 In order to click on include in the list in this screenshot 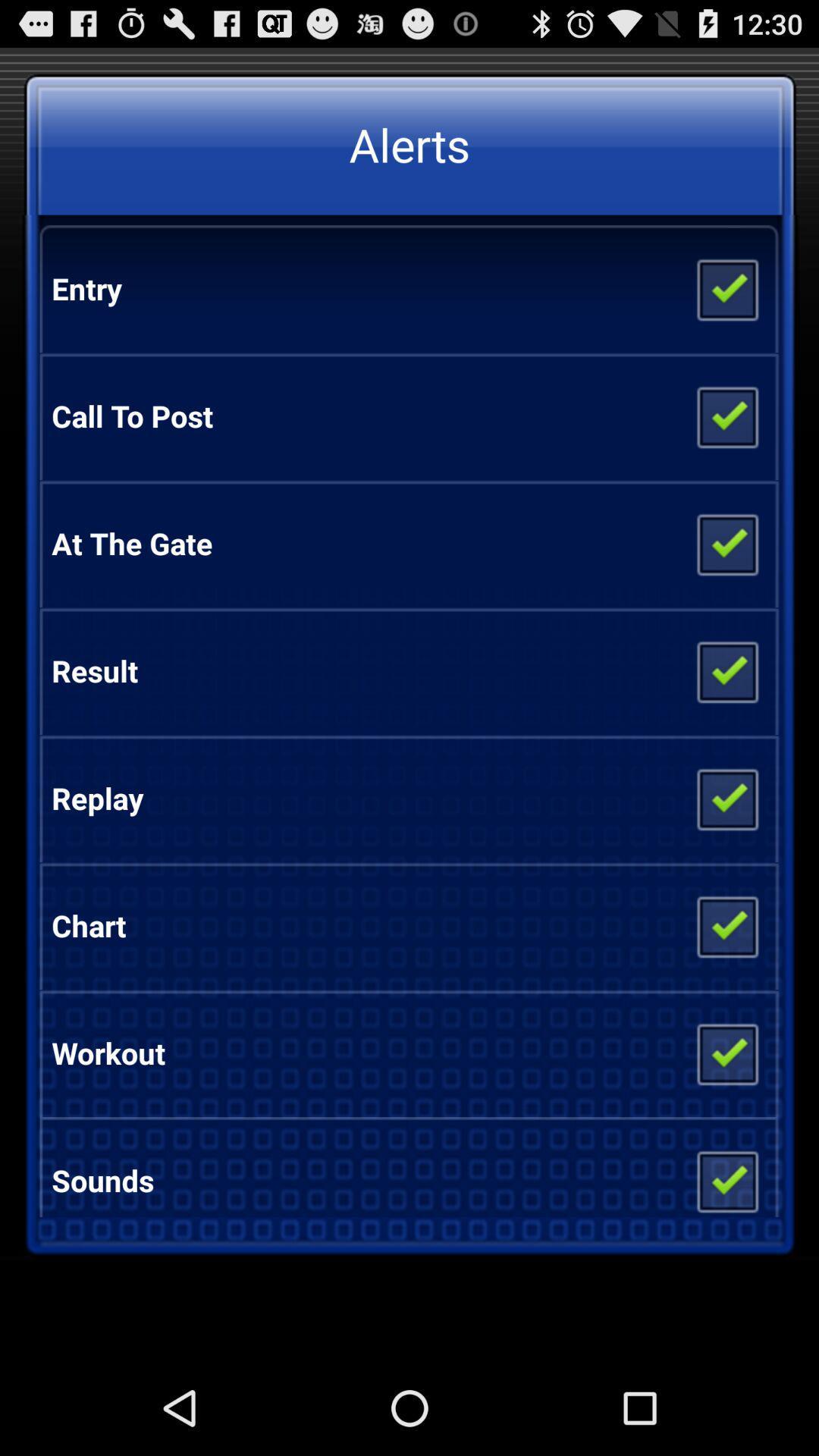, I will do `click(726, 543)`.